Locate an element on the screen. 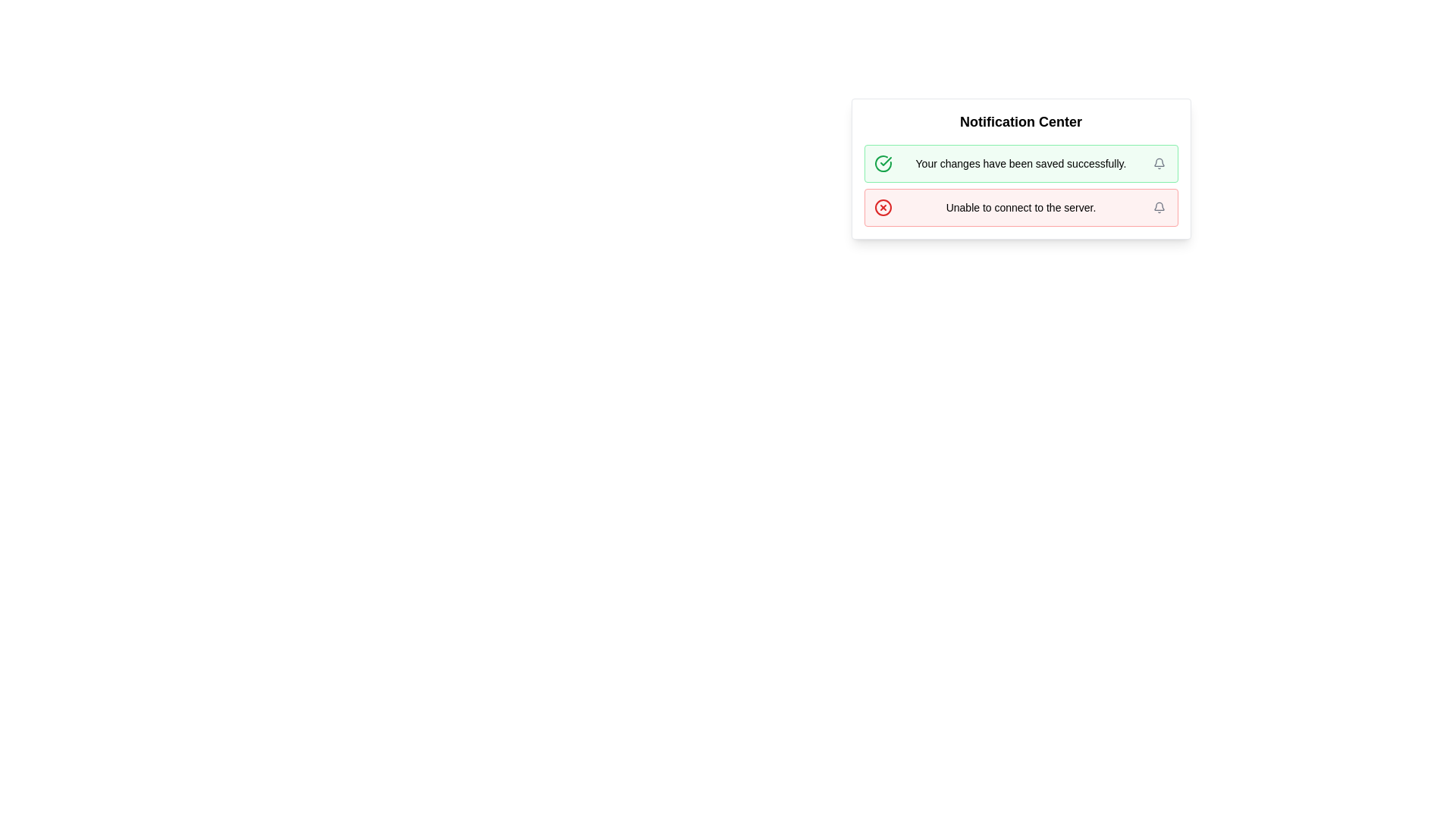 The height and width of the screenshot is (819, 1456). the green checkmark icon indicating a successful operation in the notification area, aligned with the message 'Your changes have been saved successfully.' is located at coordinates (883, 164).